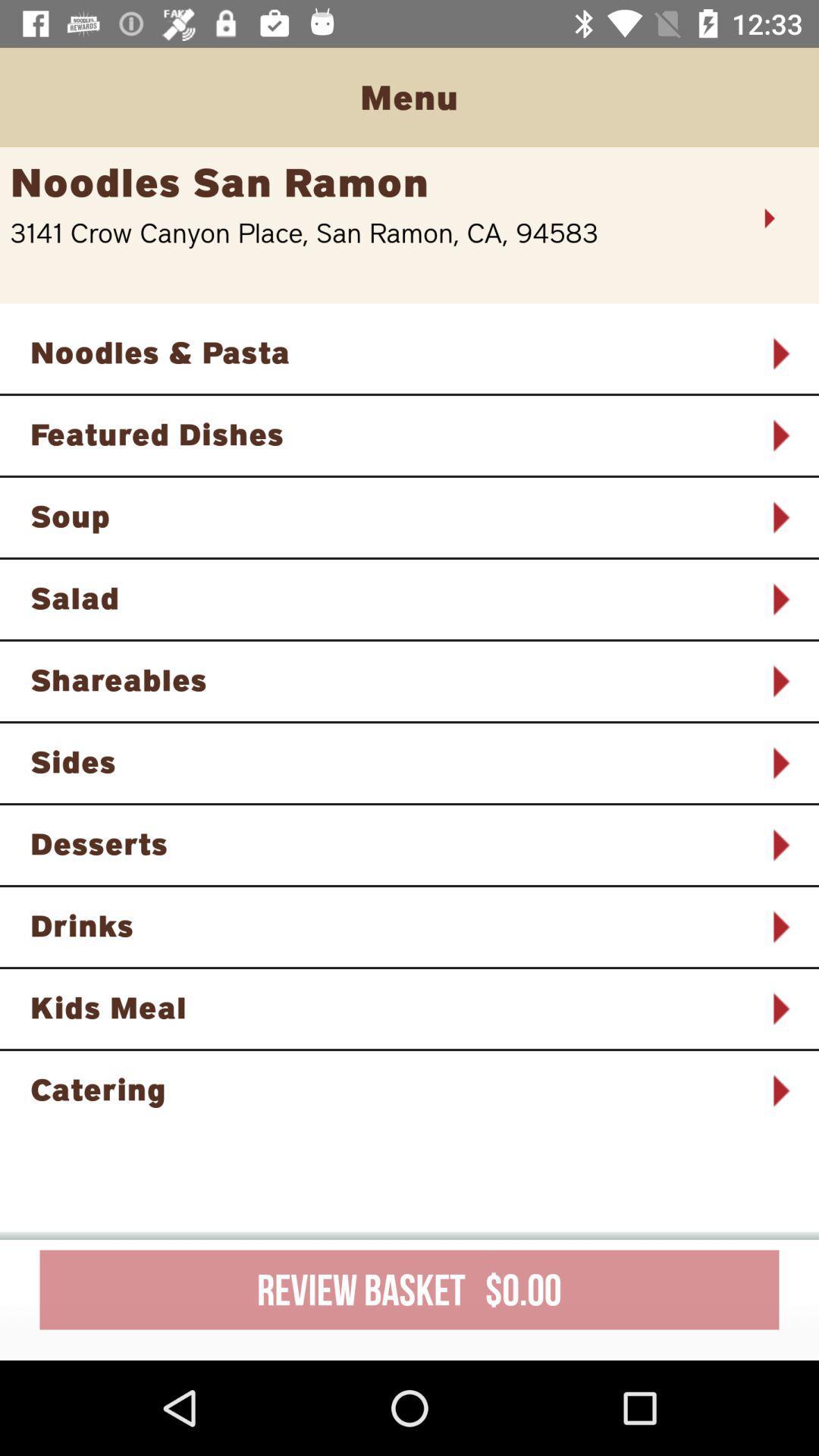 This screenshot has height=1456, width=819. What do you see at coordinates (389, 516) in the screenshot?
I see `soup  item` at bounding box center [389, 516].